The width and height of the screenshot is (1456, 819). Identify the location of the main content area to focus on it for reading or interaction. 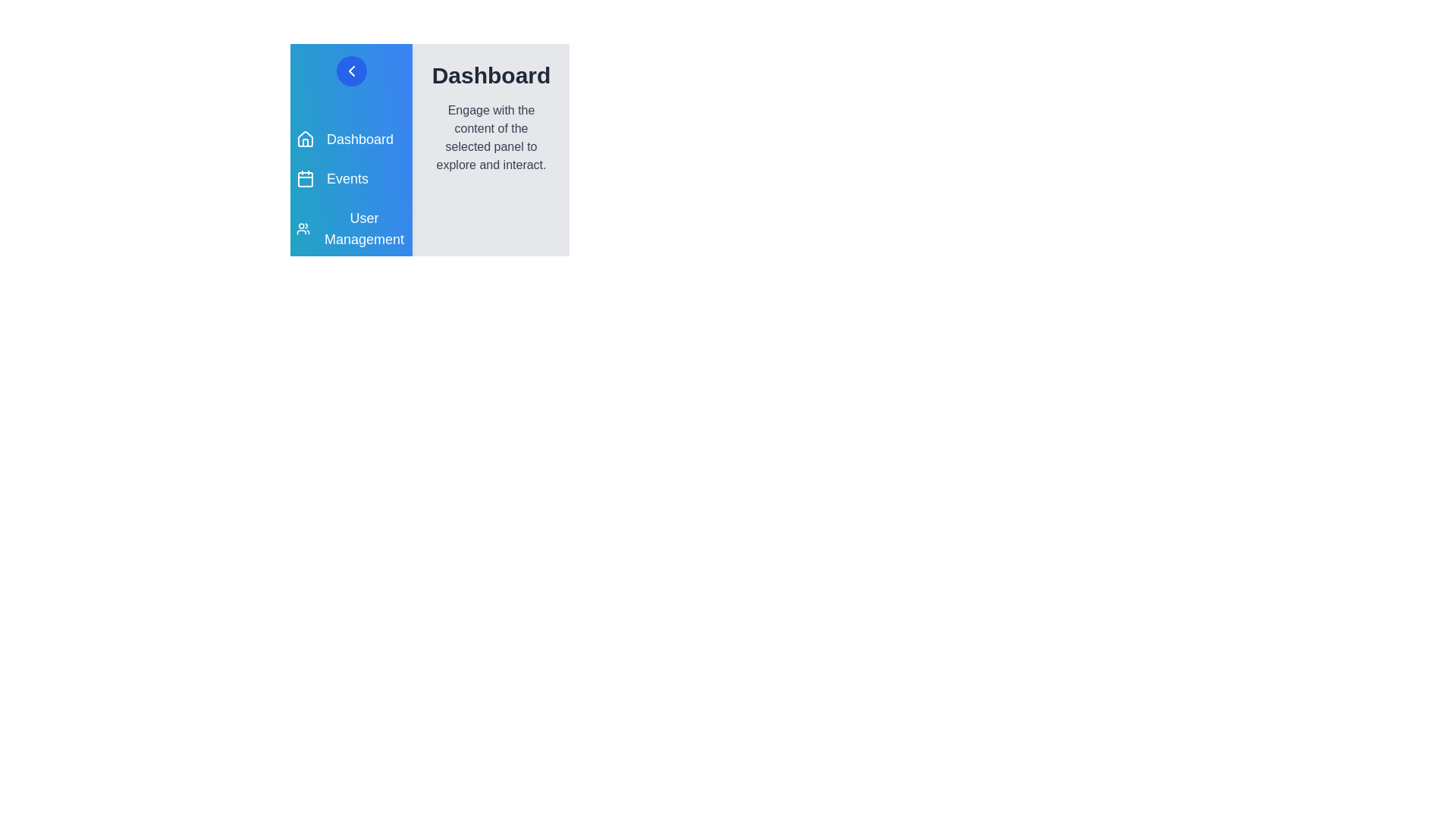
(491, 137).